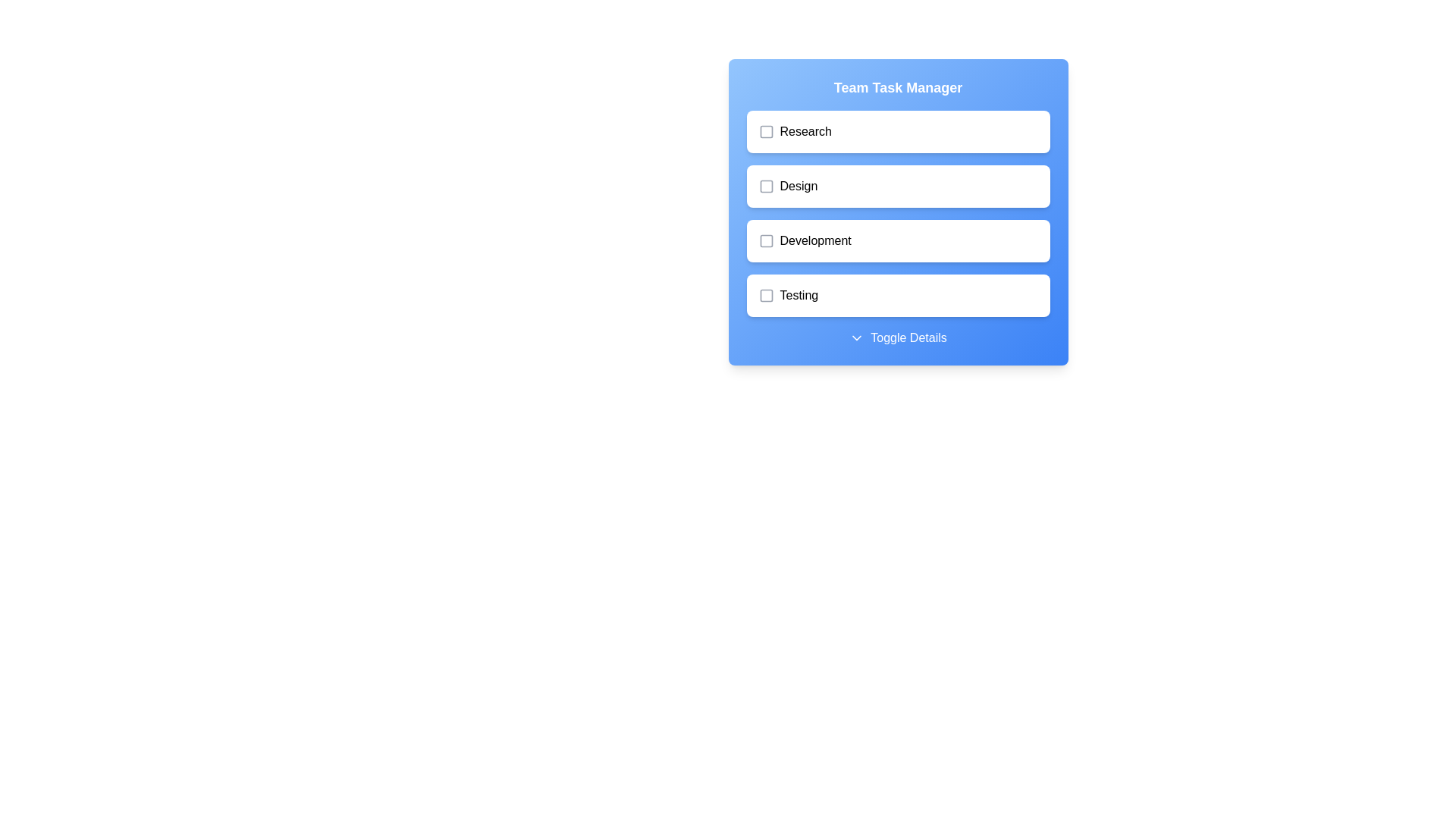 The height and width of the screenshot is (819, 1456). I want to click on the title of the component, 'Team Task Manager', so click(898, 87).